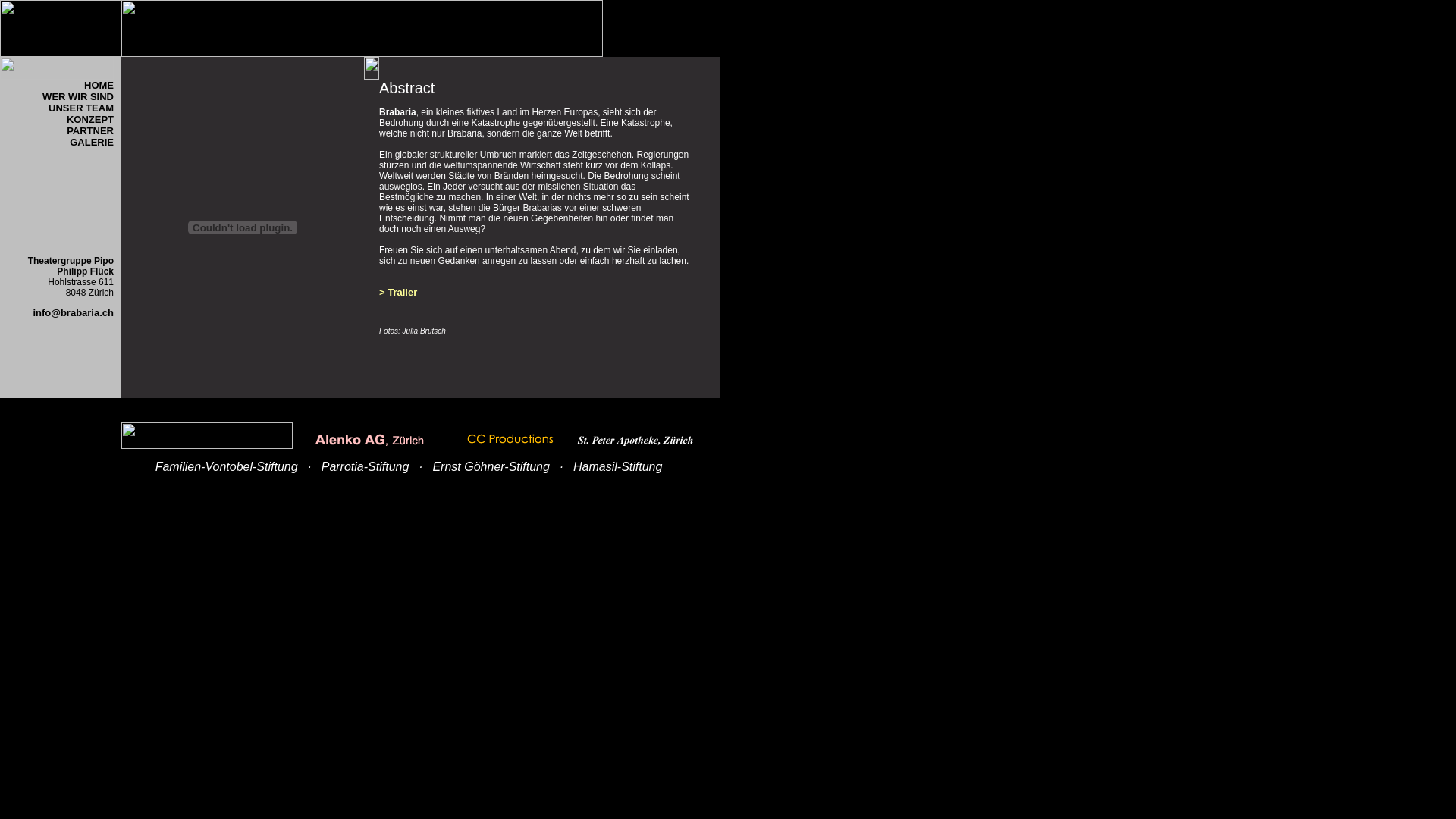 Image resolution: width=1456 pixels, height=819 pixels. Describe the element at coordinates (72, 312) in the screenshot. I see `'info@brabaria.ch'` at that location.